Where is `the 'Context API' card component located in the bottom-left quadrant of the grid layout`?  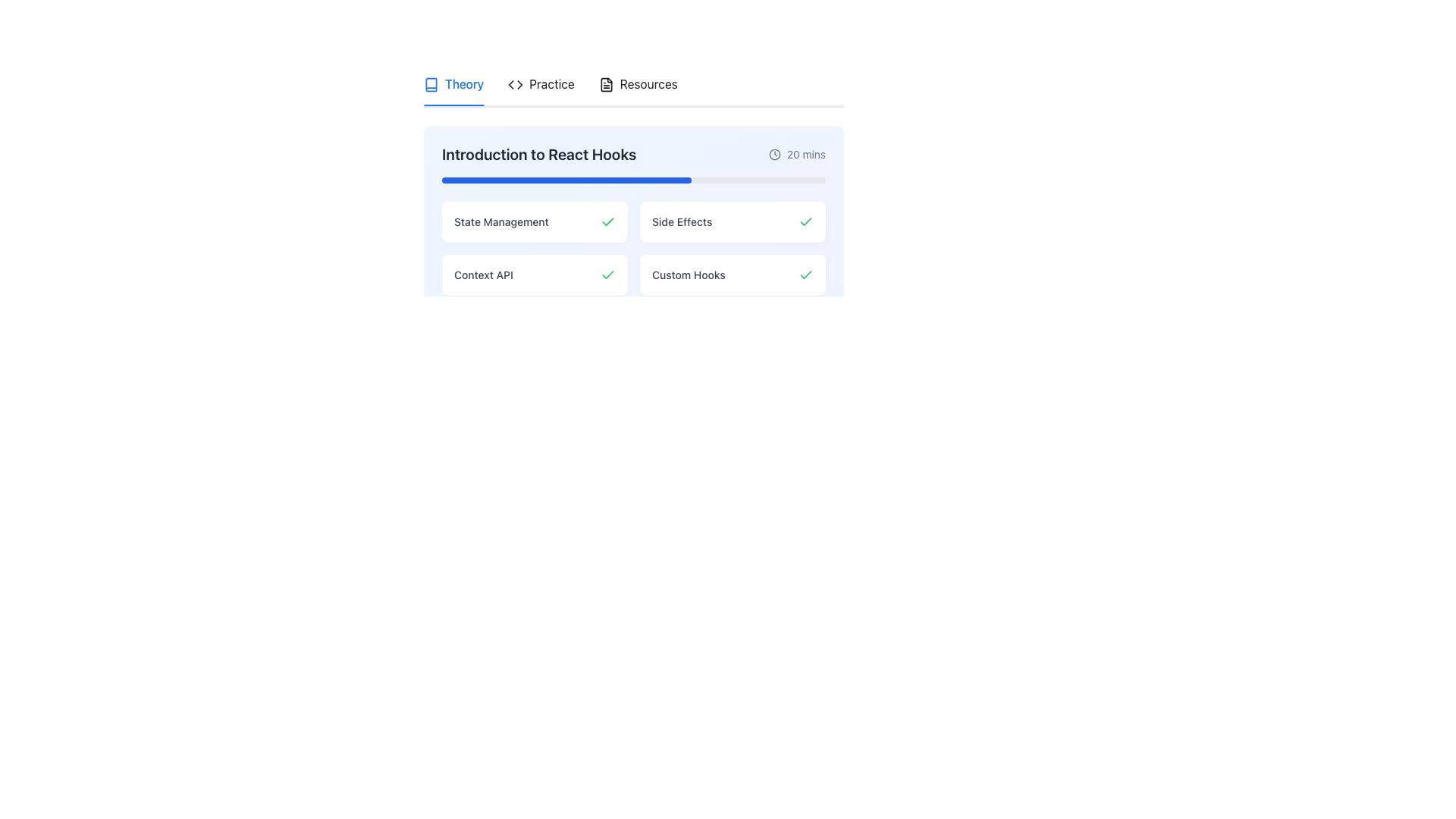
the 'Context API' card component located in the bottom-left quadrant of the grid layout is located at coordinates (535, 275).